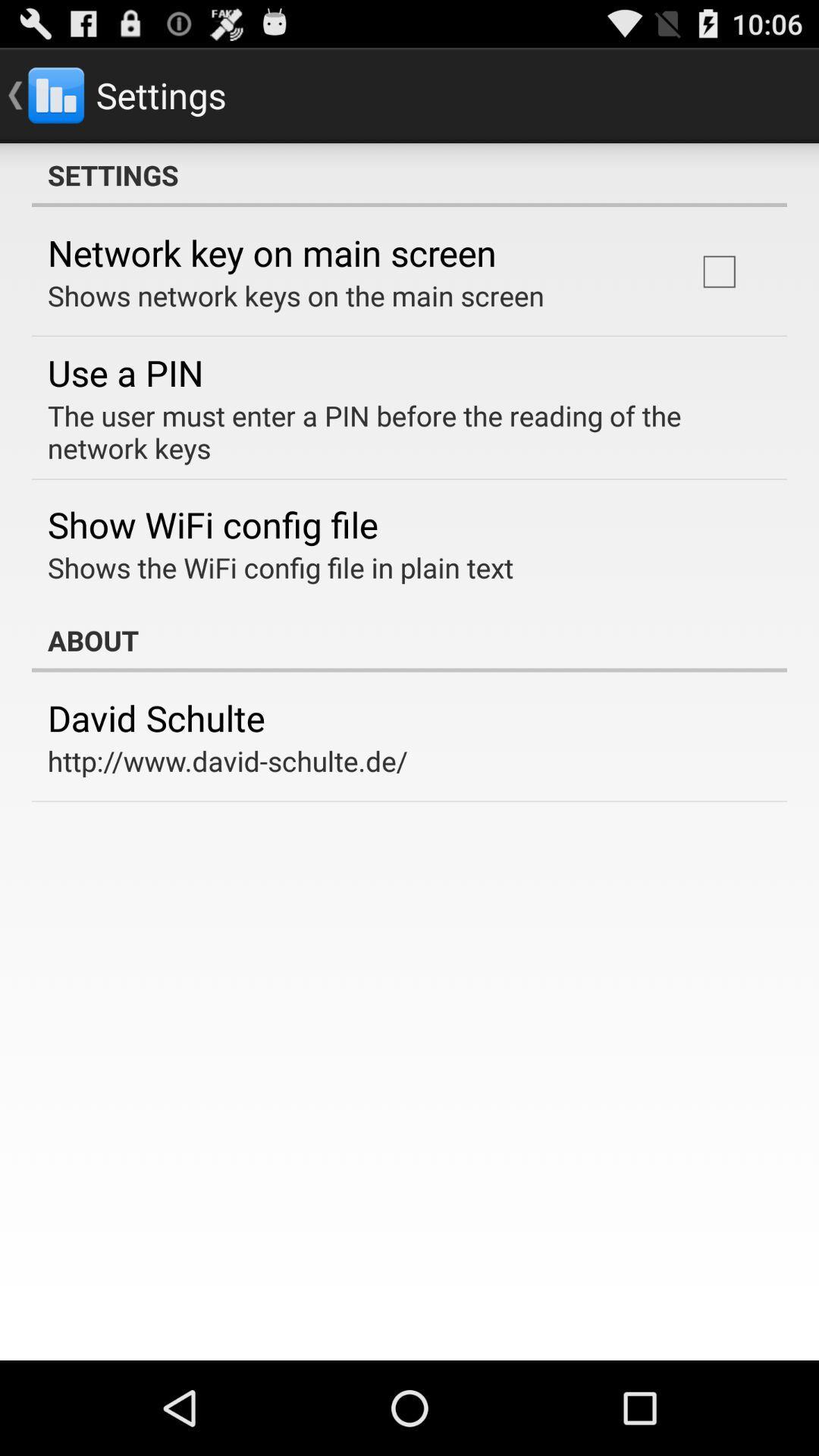 The image size is (819, 1456). I want to click on the app above the david schulte, so click(409, 640).